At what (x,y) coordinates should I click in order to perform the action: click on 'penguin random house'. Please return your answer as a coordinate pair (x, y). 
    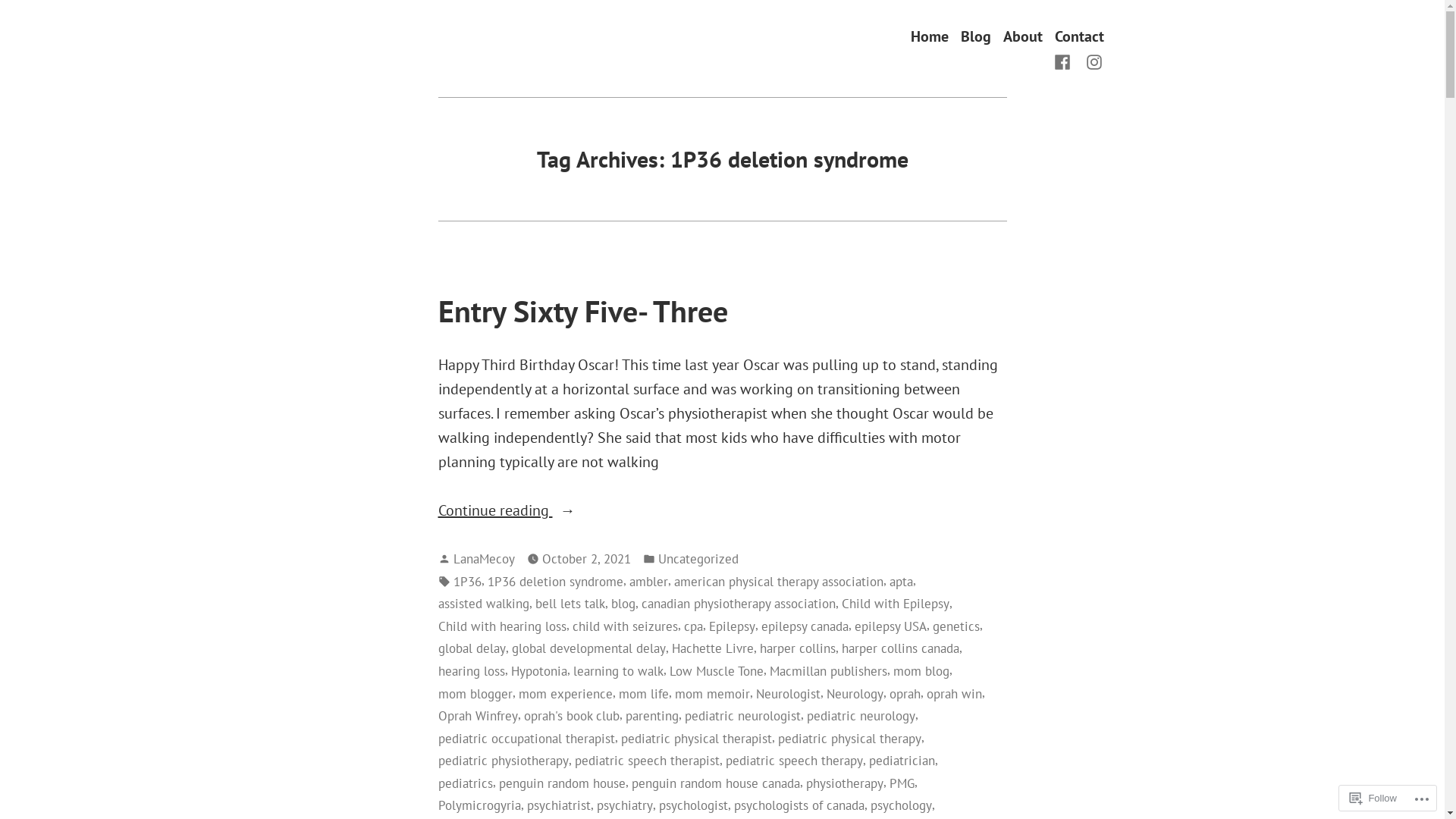
    Looking at the image, I should click on (561, 783).